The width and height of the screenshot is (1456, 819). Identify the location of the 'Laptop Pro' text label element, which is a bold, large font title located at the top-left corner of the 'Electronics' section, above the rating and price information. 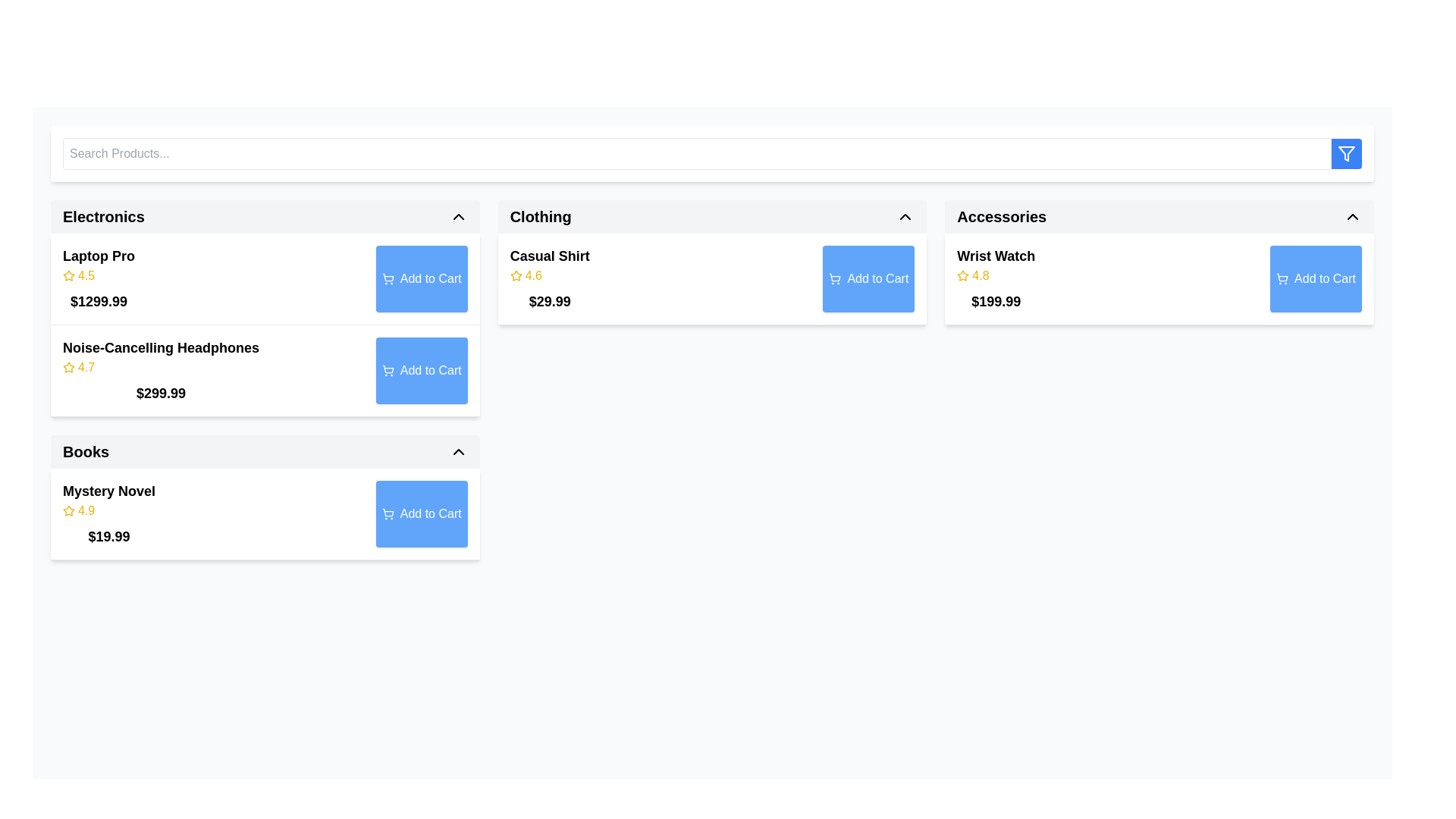
(98, 256).